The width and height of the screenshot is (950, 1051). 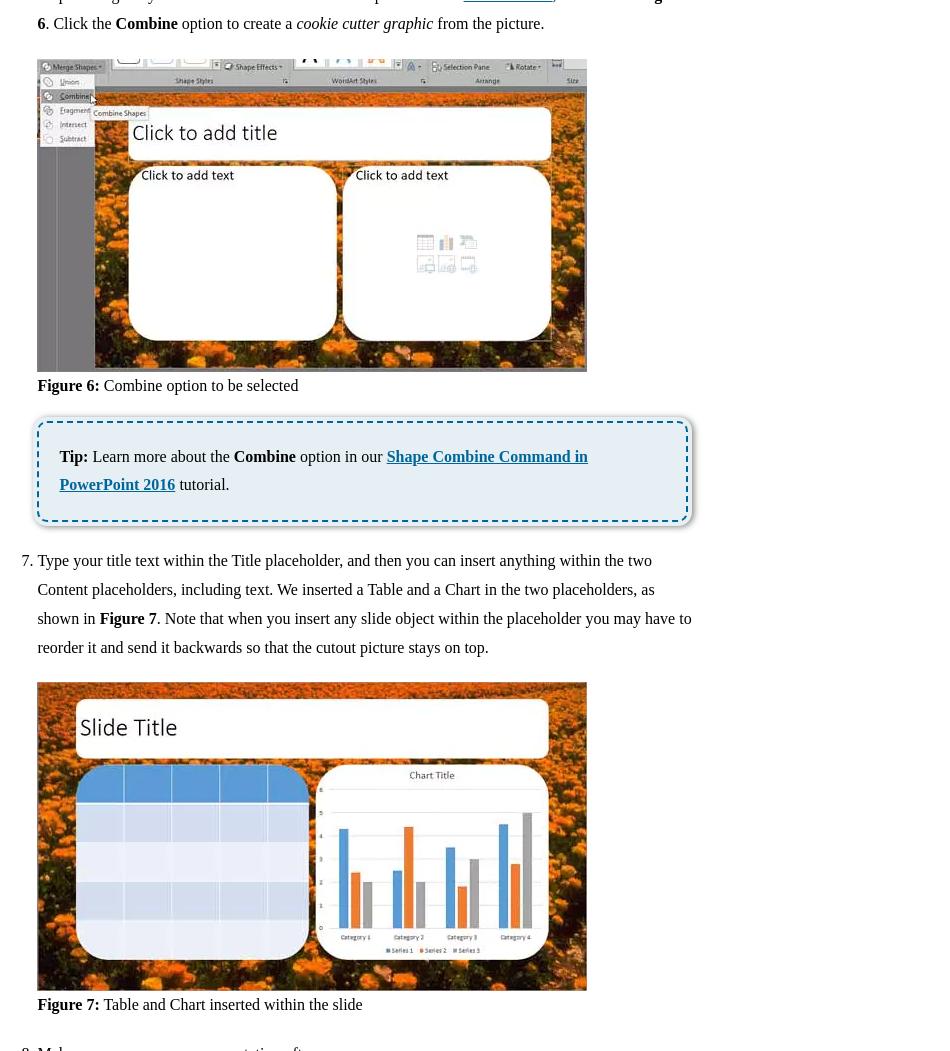 What do you see at coordinates (363, 23) in the screenshot?
I see `'cookie cutter graphic'` at bounding box center [363, 23].